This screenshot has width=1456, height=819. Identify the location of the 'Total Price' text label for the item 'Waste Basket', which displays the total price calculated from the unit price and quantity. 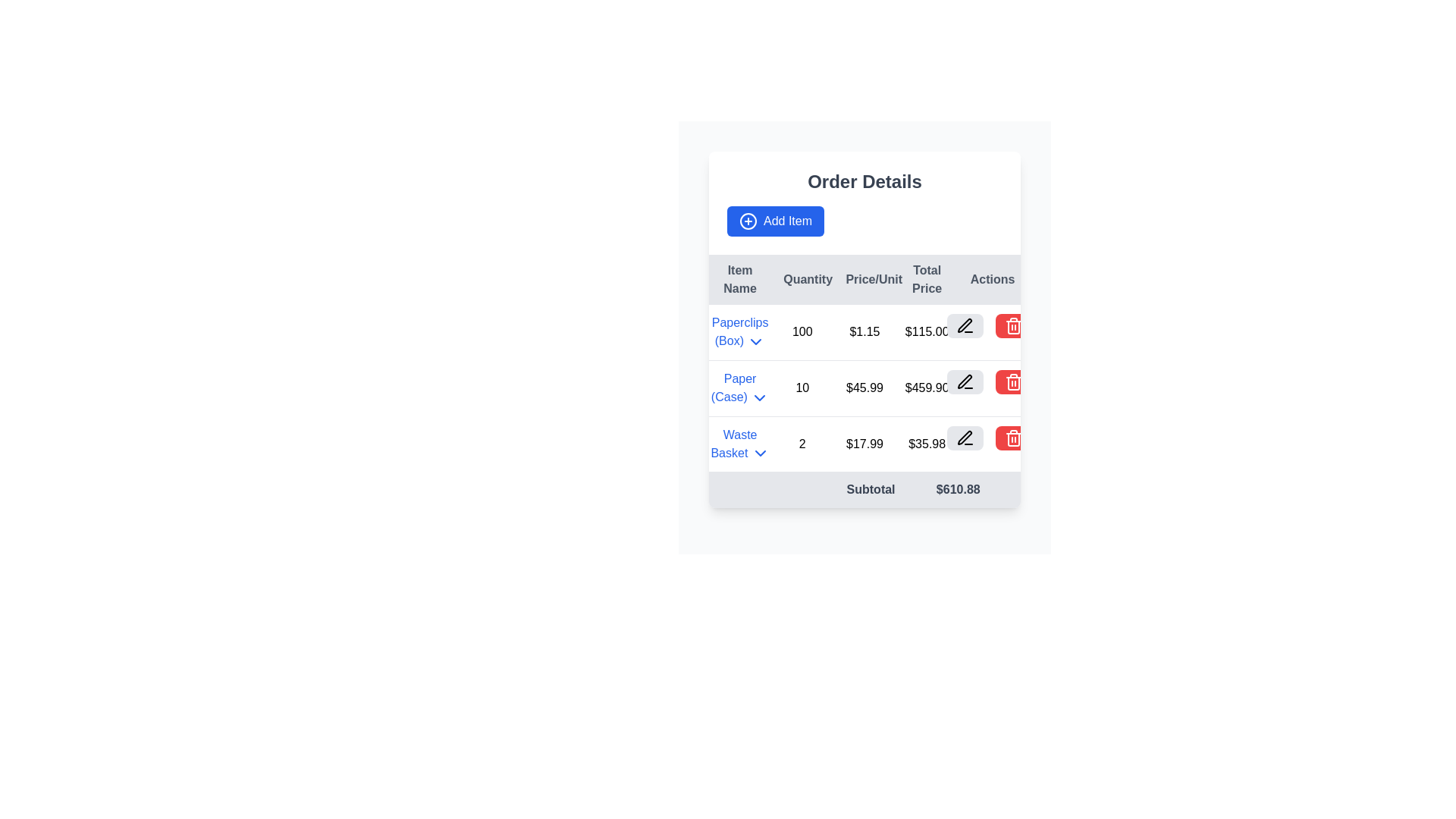
(926, 444).